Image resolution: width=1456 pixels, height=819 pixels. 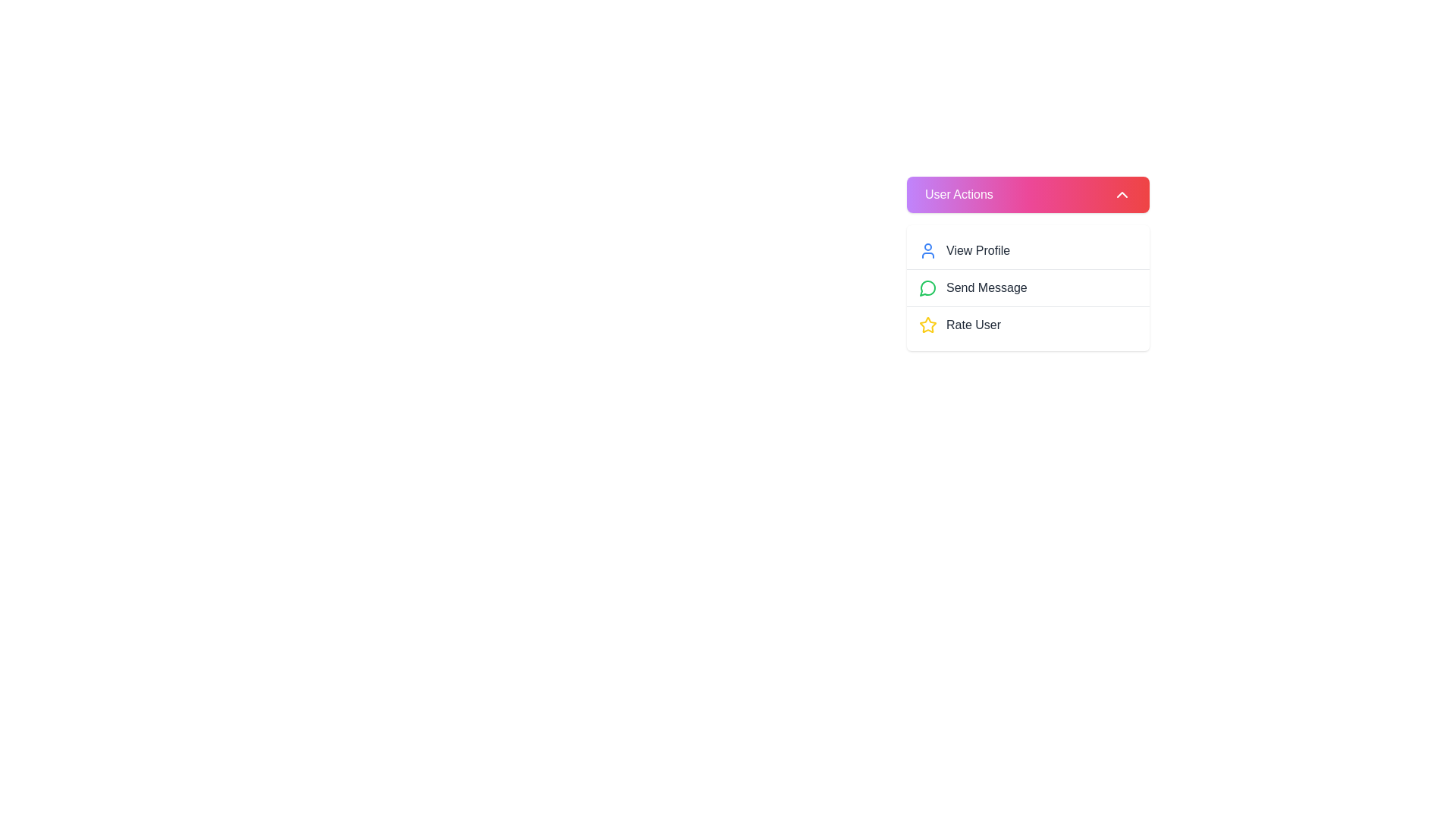 I want to click on the second button in the 'User Actions' section, which initiates a communication action, to receive potential UI feedback, so click(x=1028, y=287).